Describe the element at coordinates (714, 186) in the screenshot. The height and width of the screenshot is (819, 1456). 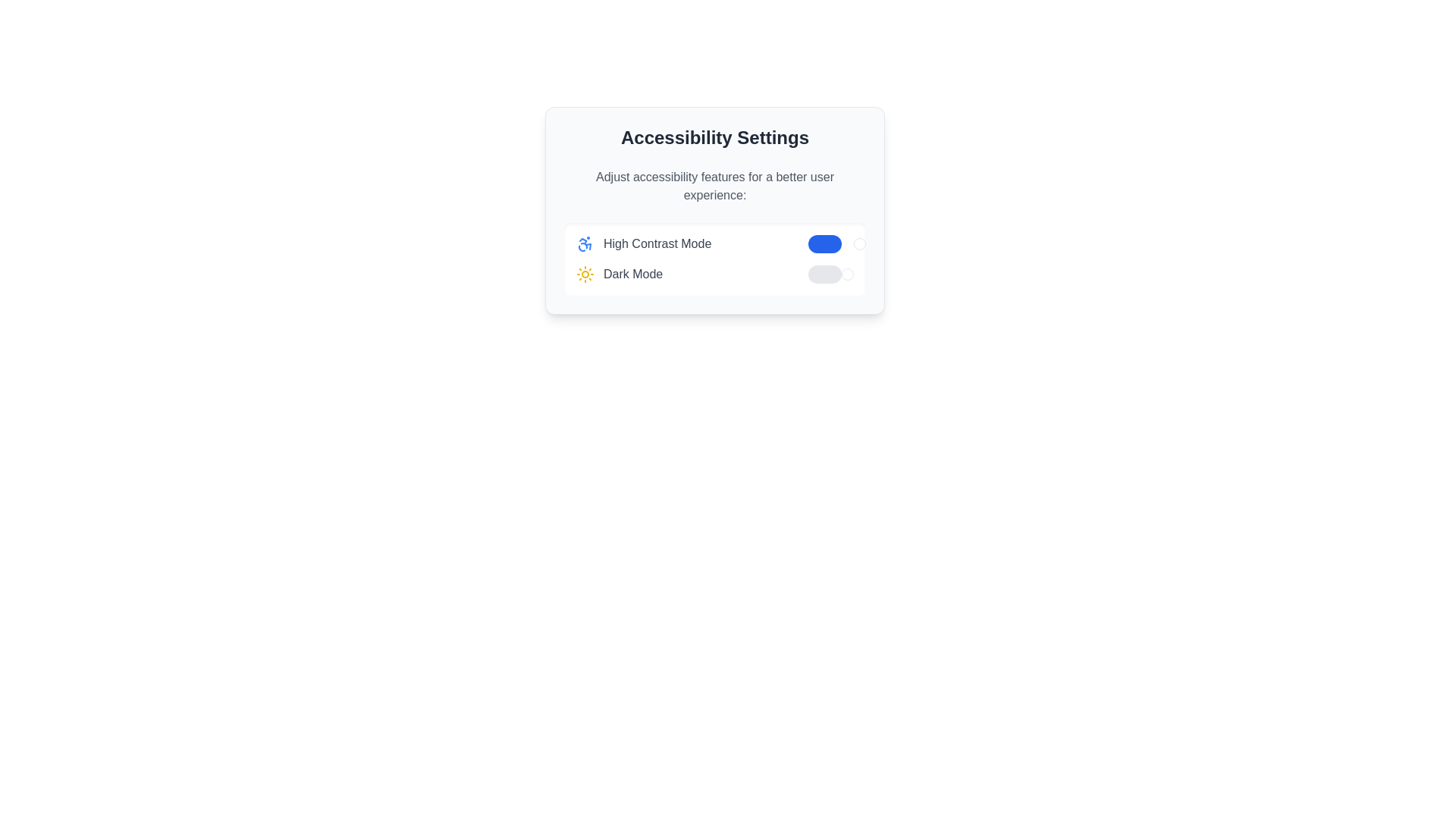
I see `the informational text located under the 'Accessibility Settings' title, which provides context about the accessibility settings panel` at that location.